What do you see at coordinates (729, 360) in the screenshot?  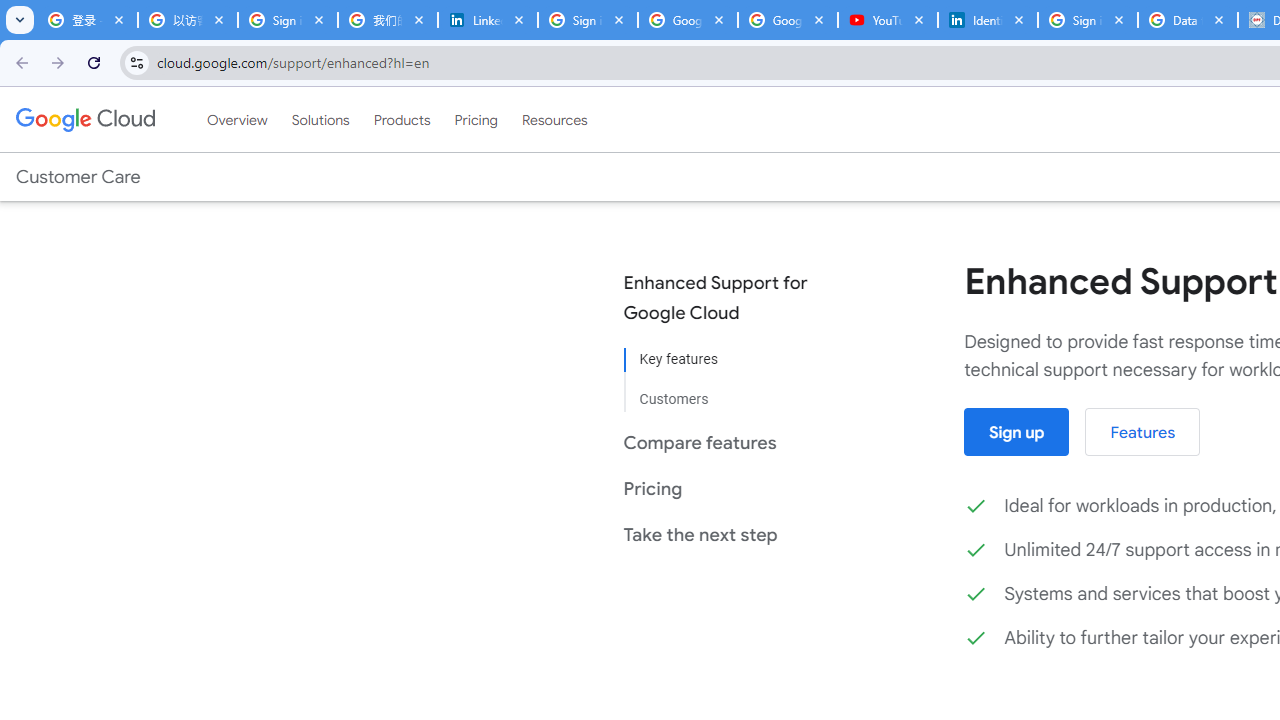 I see `'Key features'` at bounding box center [729, 360].